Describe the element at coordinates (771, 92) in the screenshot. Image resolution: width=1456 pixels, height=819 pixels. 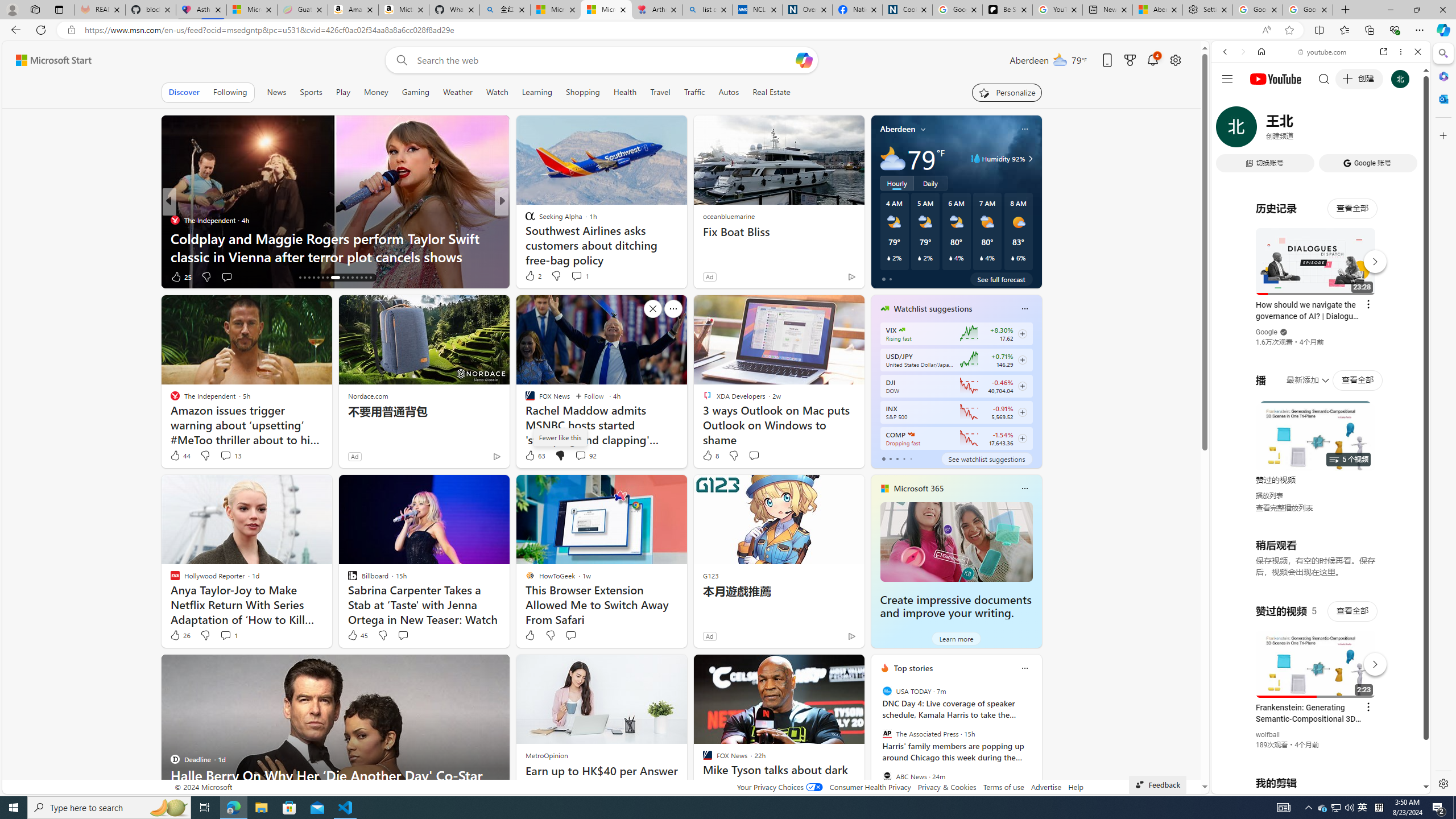
I see `'Real Estate'` at that location.